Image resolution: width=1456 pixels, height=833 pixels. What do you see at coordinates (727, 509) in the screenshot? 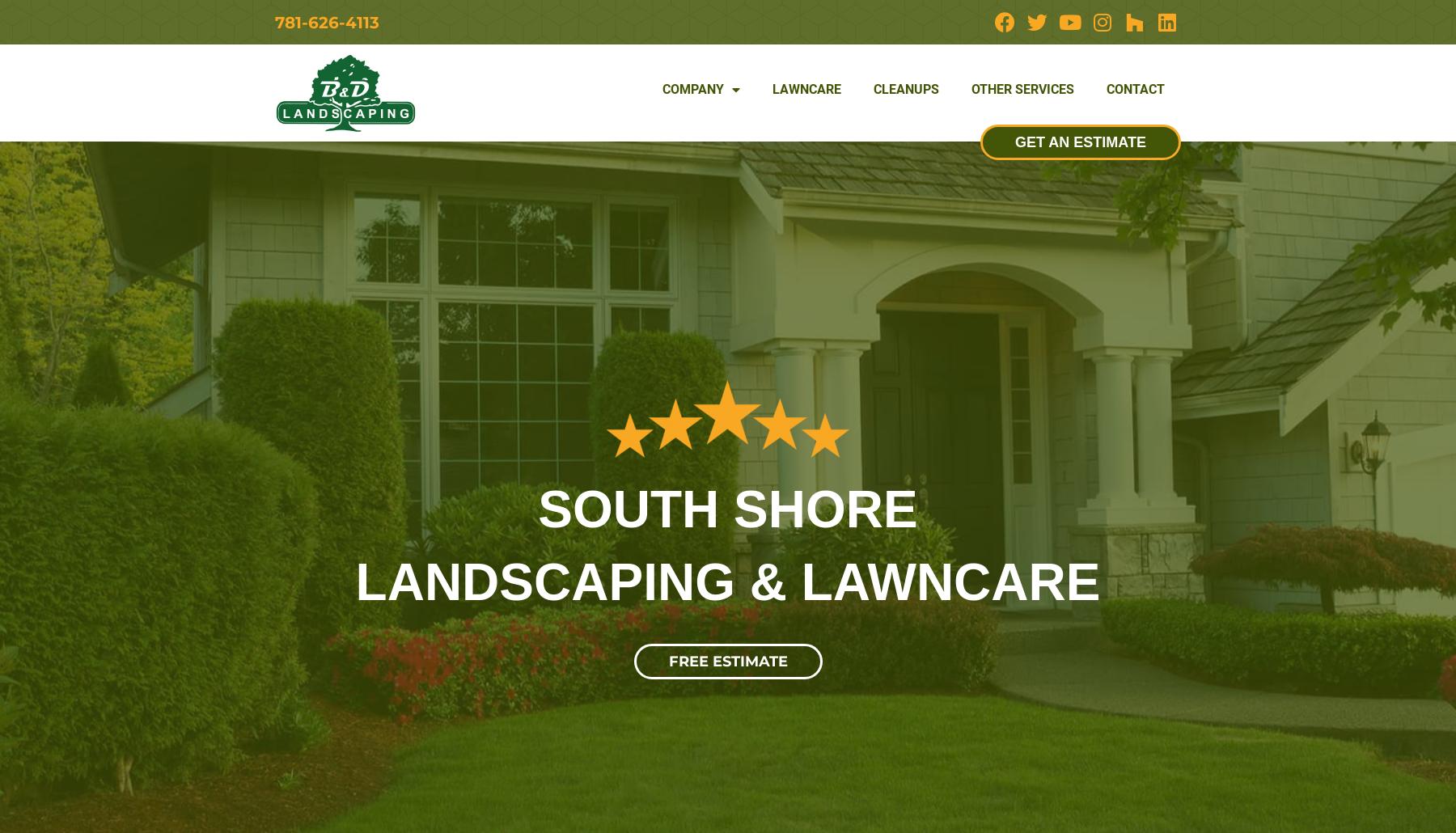
I see `'SOUTH SHORE'` at bounding box center [727, 509].